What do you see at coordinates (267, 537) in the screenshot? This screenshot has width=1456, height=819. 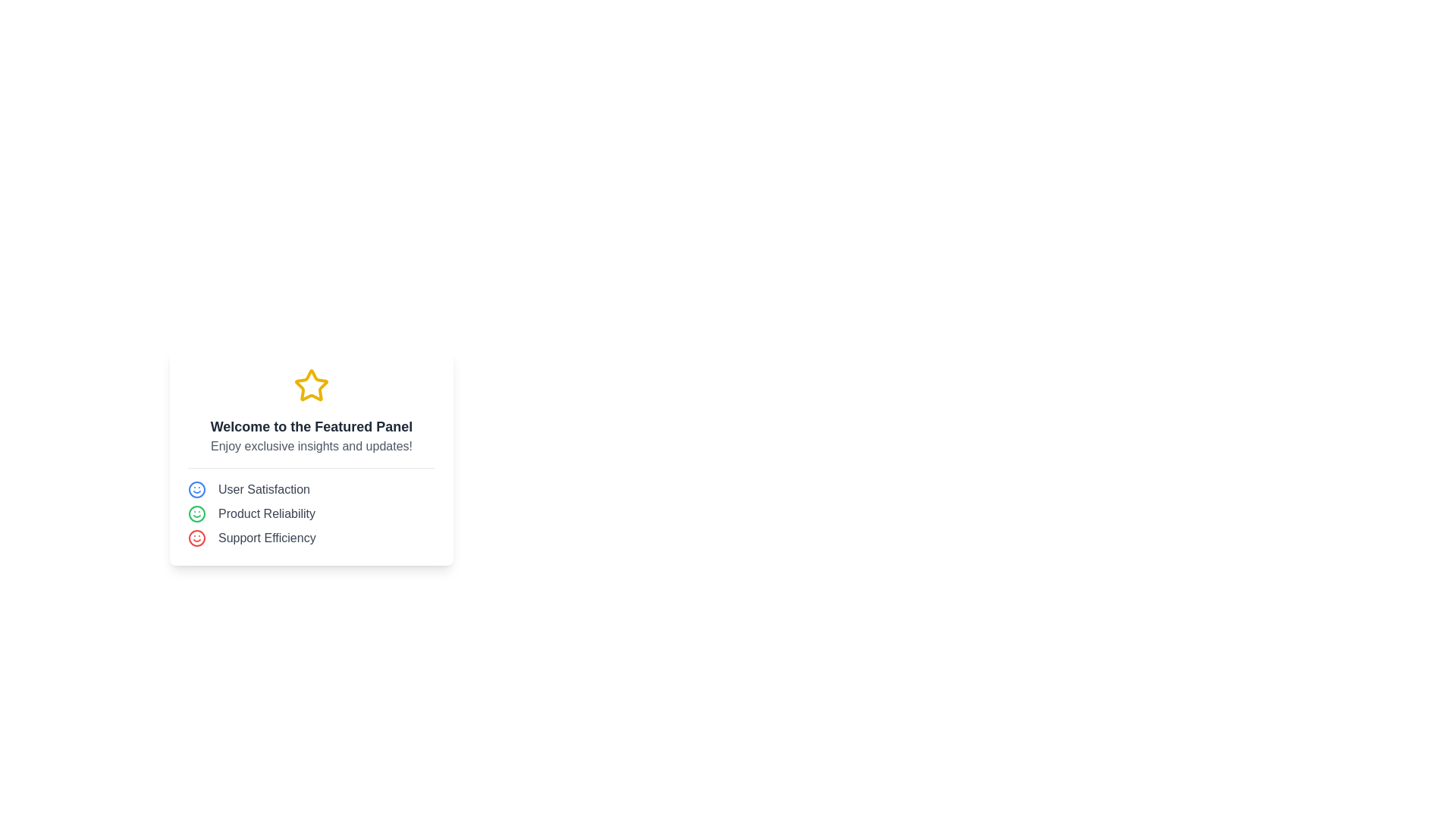 I see `the text label displaying 'Support Efficiency' which is part of a vertical list in a metrics panel, located centrally at the bottom section of the panel` at bounding box center [267, 537].